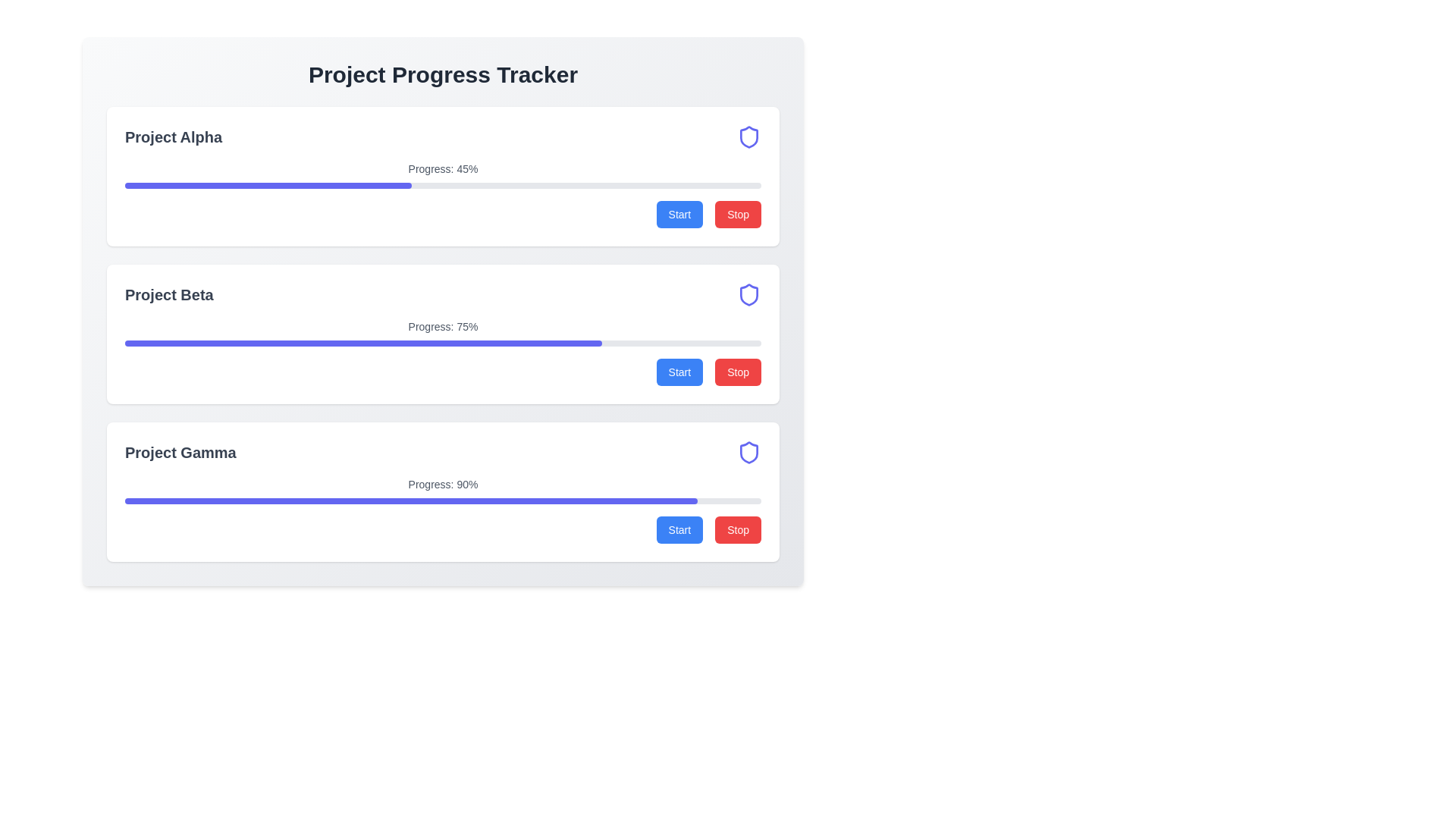 This screenshot has width=1456, height=819. Describe the element at coordinates (442, 185) in the screenshot. I see `the progress bar that visually represents the progress of 'Project Alpha', showing a 45% completion level, located below the 'Progress: 45%' text` at that location.